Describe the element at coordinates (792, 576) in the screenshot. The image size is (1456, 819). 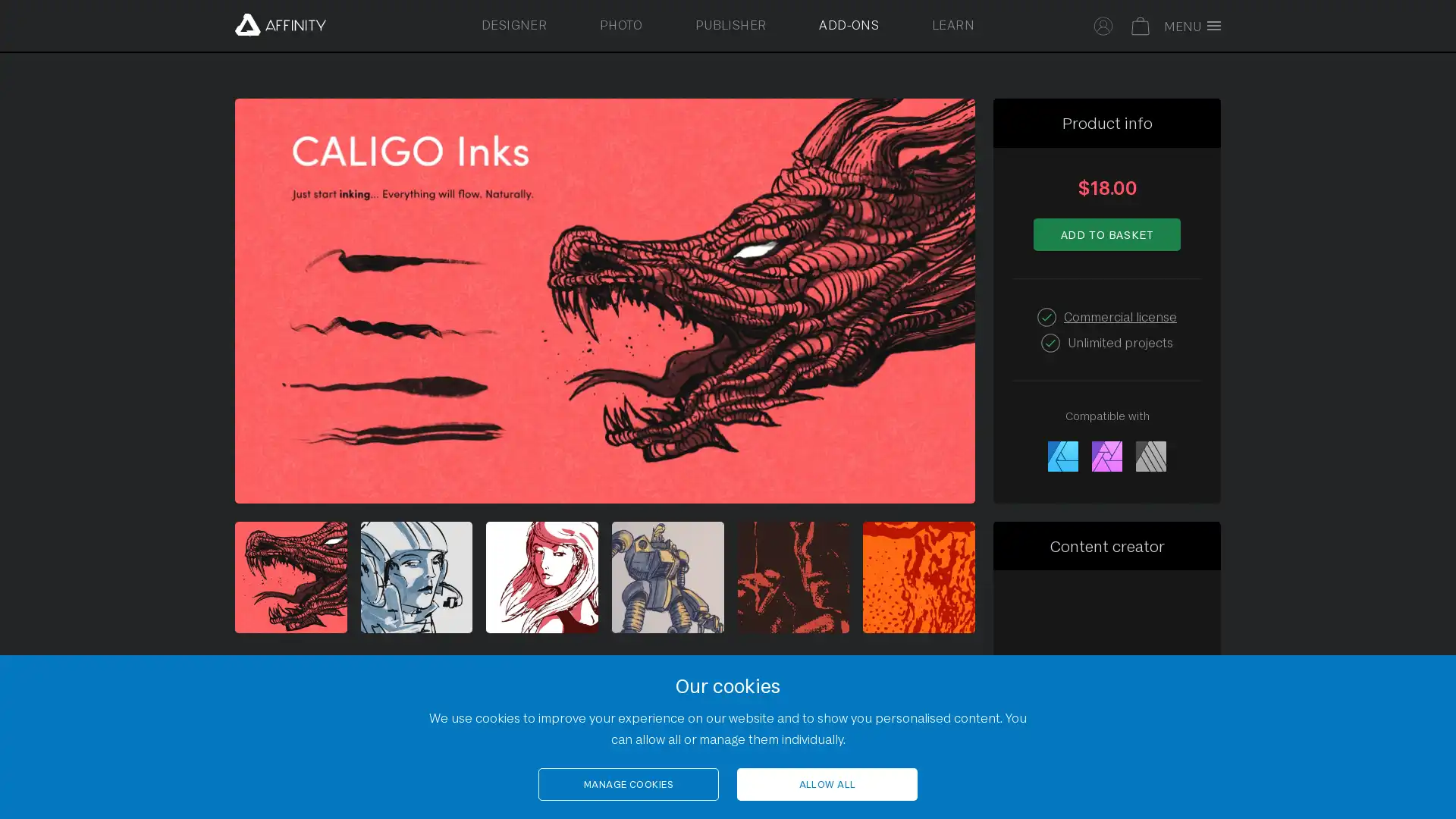
I see `Select to view image 5` at that location.